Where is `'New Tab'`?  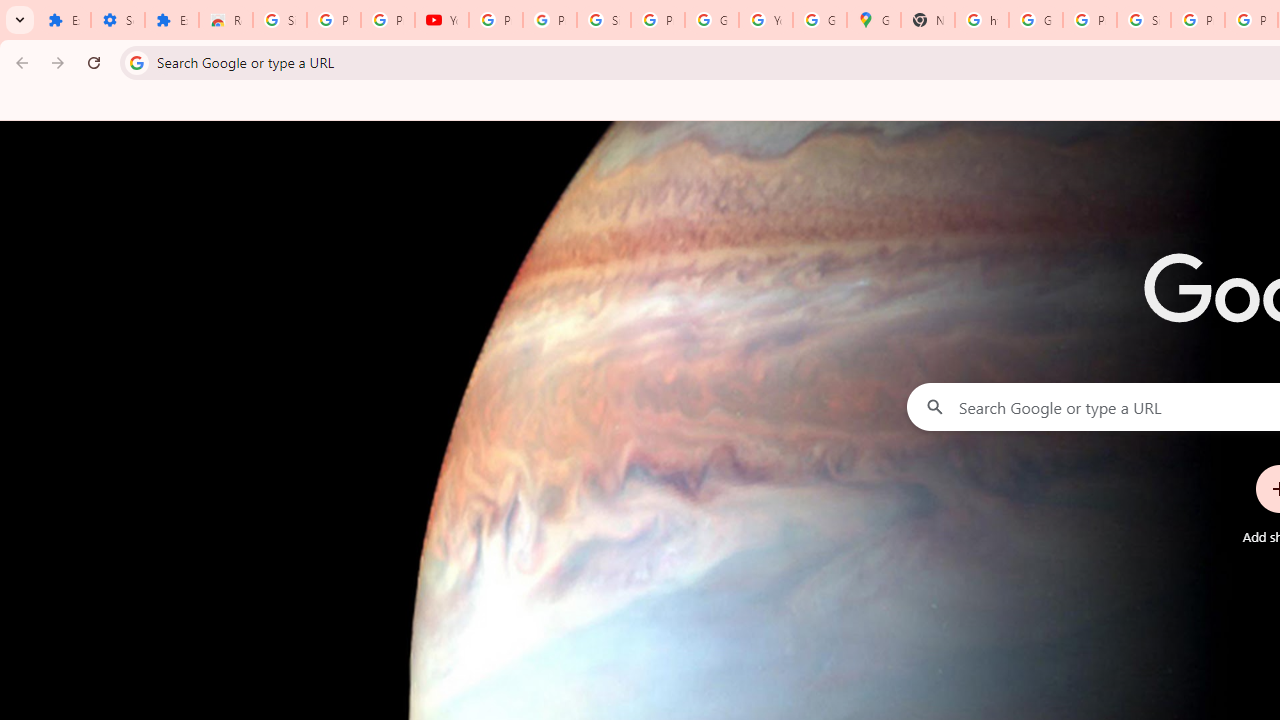
'New Tab' is located at coordinates (927, 20).